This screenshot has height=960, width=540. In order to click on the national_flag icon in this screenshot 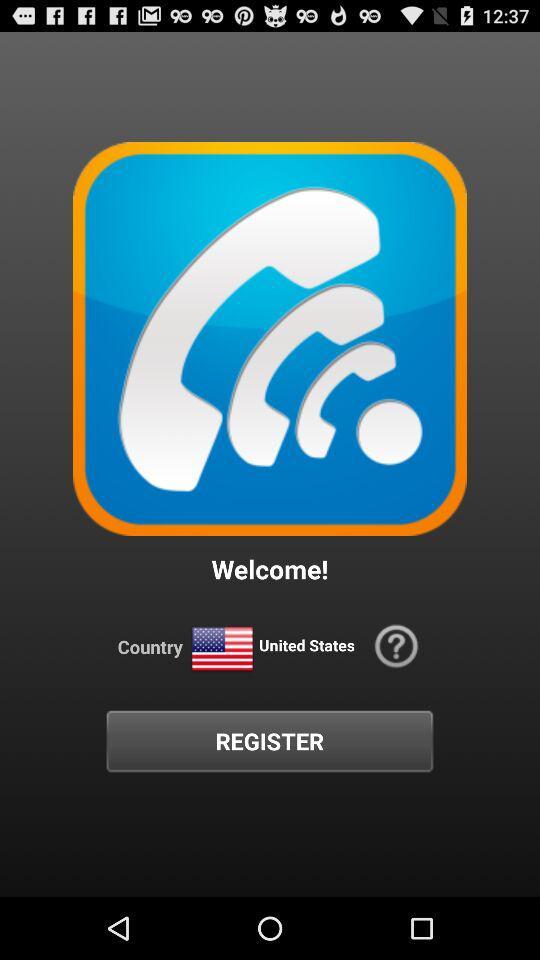, I will do `click(221, 695)`.